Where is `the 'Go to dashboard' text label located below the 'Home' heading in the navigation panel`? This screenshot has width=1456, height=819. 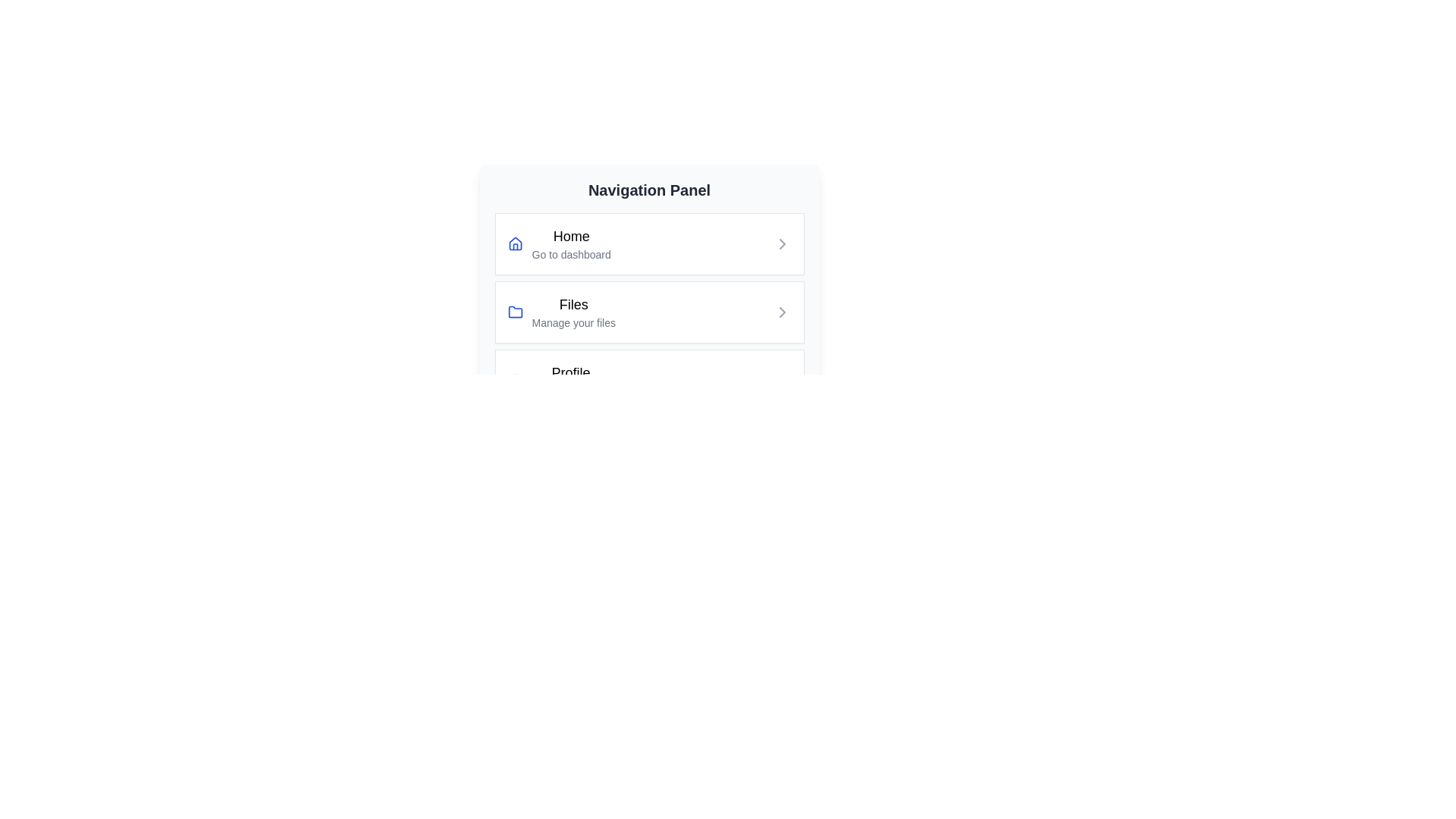 the 'Go to dashboard' text label located below the 'Home' heading in the navigation panel is located at coordinates (570, 253).